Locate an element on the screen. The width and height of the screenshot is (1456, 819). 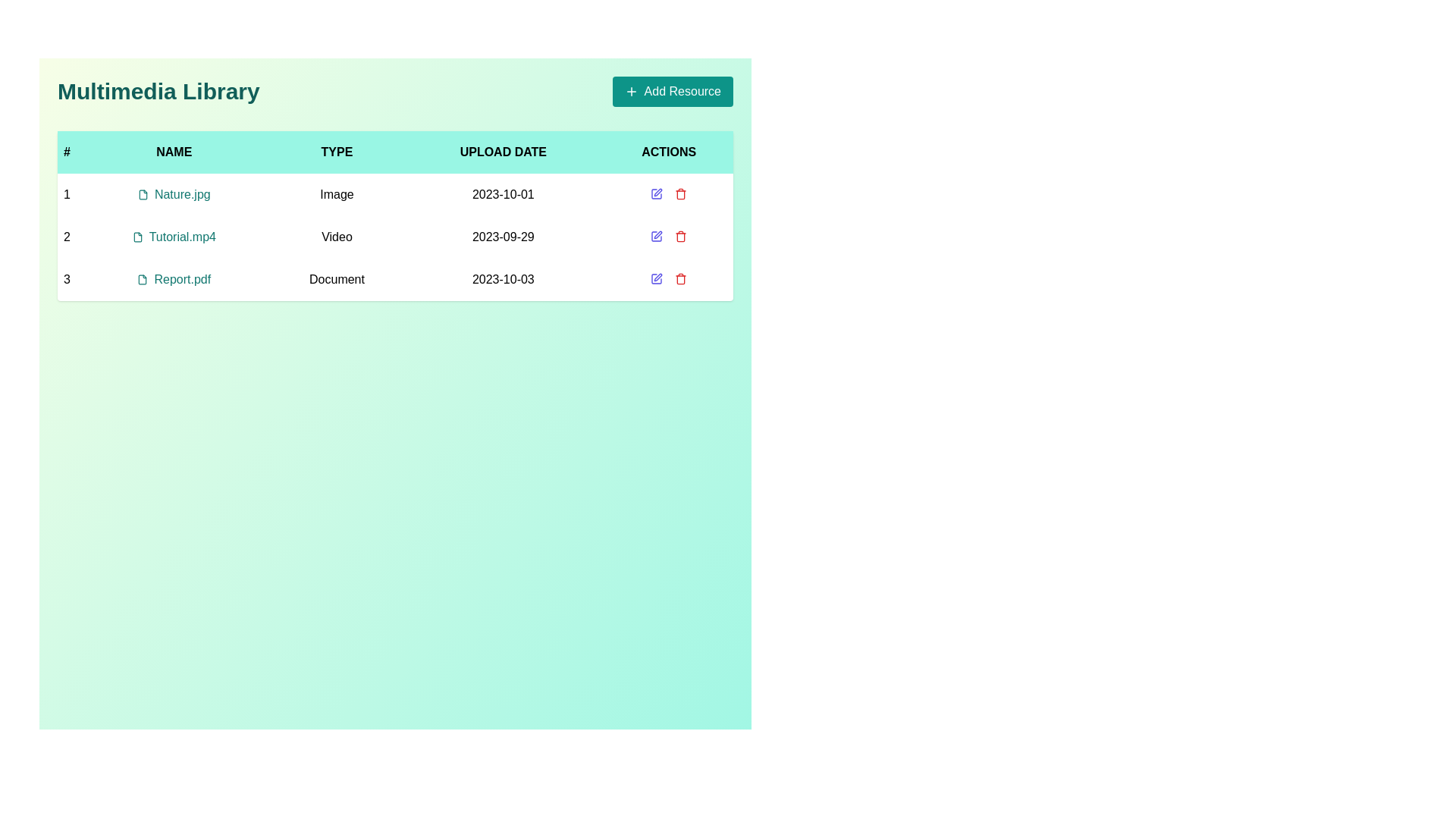
the red trash can icon button in the third row of the table under the 'Actions' column is located at coordinates (680, 194).